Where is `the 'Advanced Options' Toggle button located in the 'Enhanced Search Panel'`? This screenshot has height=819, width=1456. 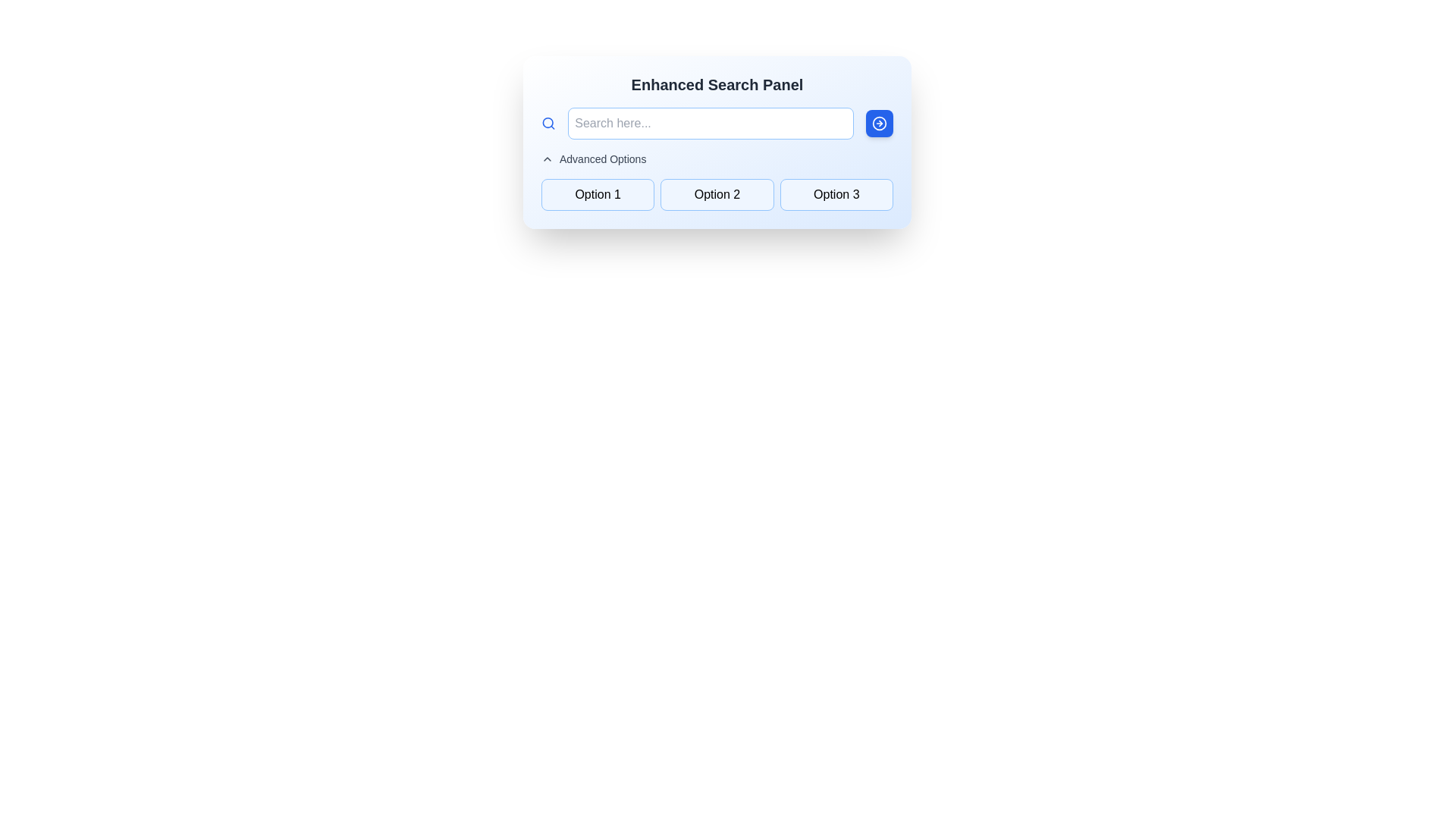 the 'Advanced Options' Toggle button located in the 'Enhanced Search Panel' is located at coordinates (593, 158).